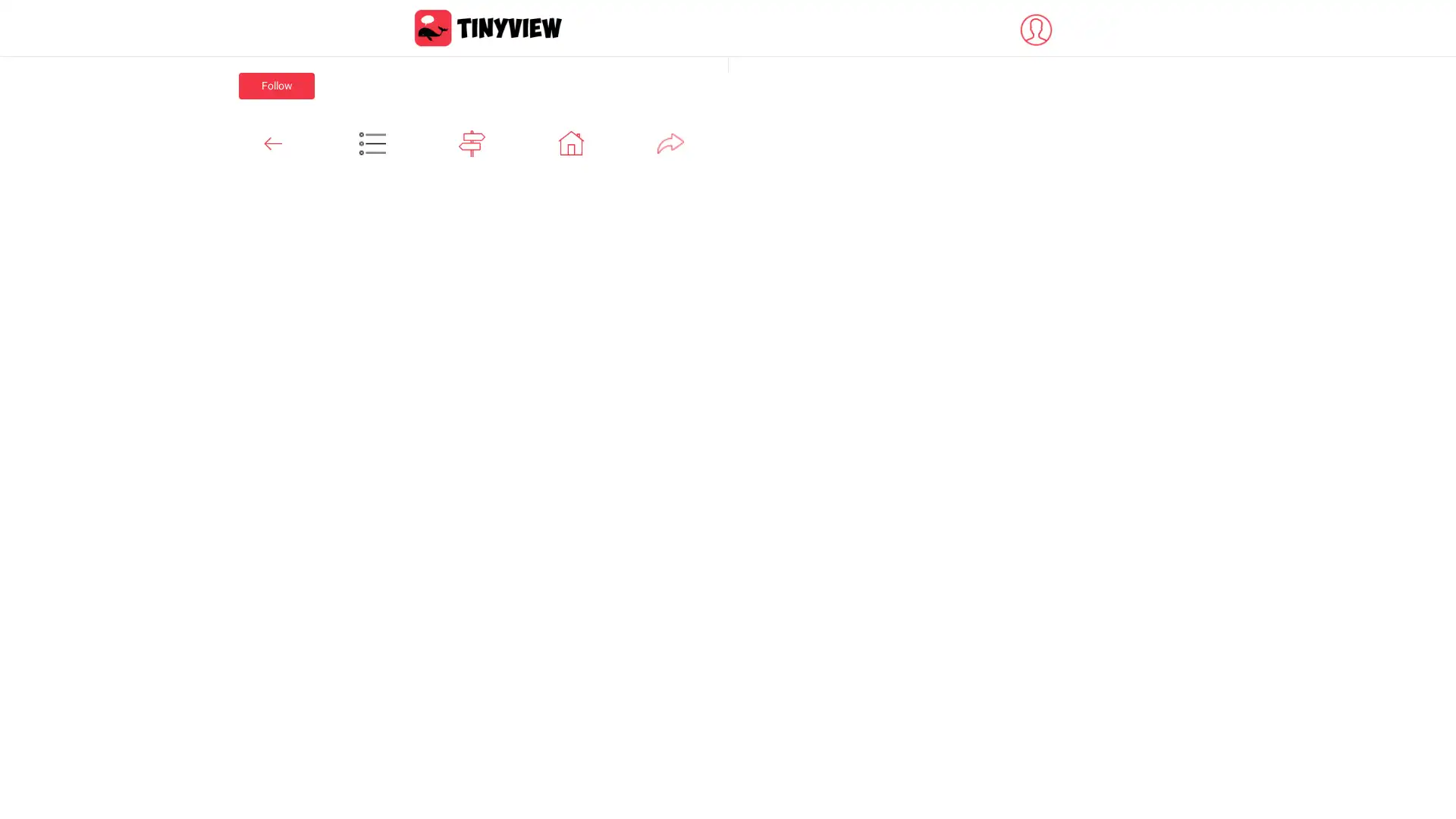  Describe the element at coordinates (667, 86) in the screenshot. I see `Follow` at that location.